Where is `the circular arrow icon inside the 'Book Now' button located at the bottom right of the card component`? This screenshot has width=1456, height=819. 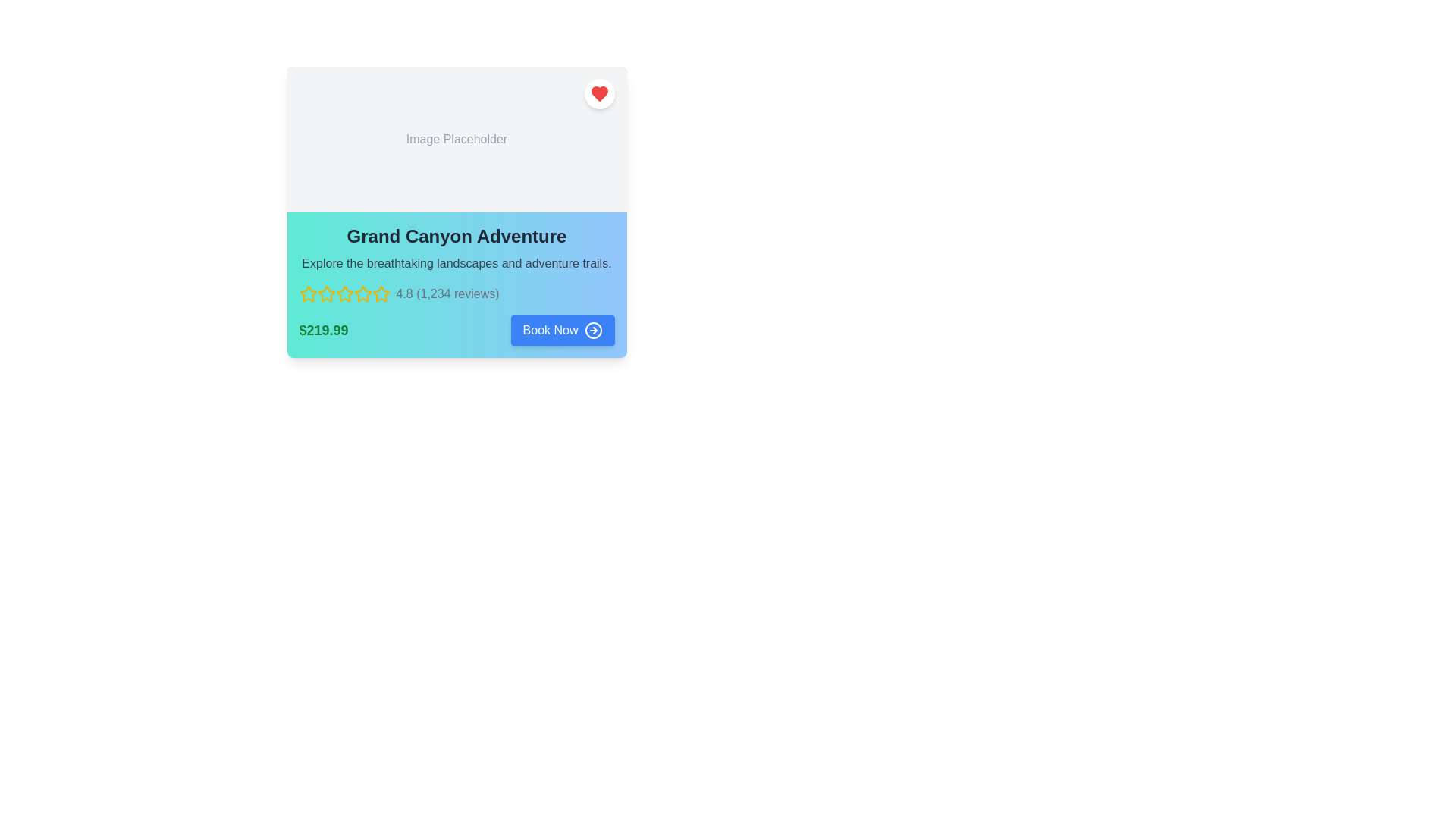 the circular arrow icon inside the 'Book Now' button located at the bottom right of the card component is located at coordinates (592, 329).